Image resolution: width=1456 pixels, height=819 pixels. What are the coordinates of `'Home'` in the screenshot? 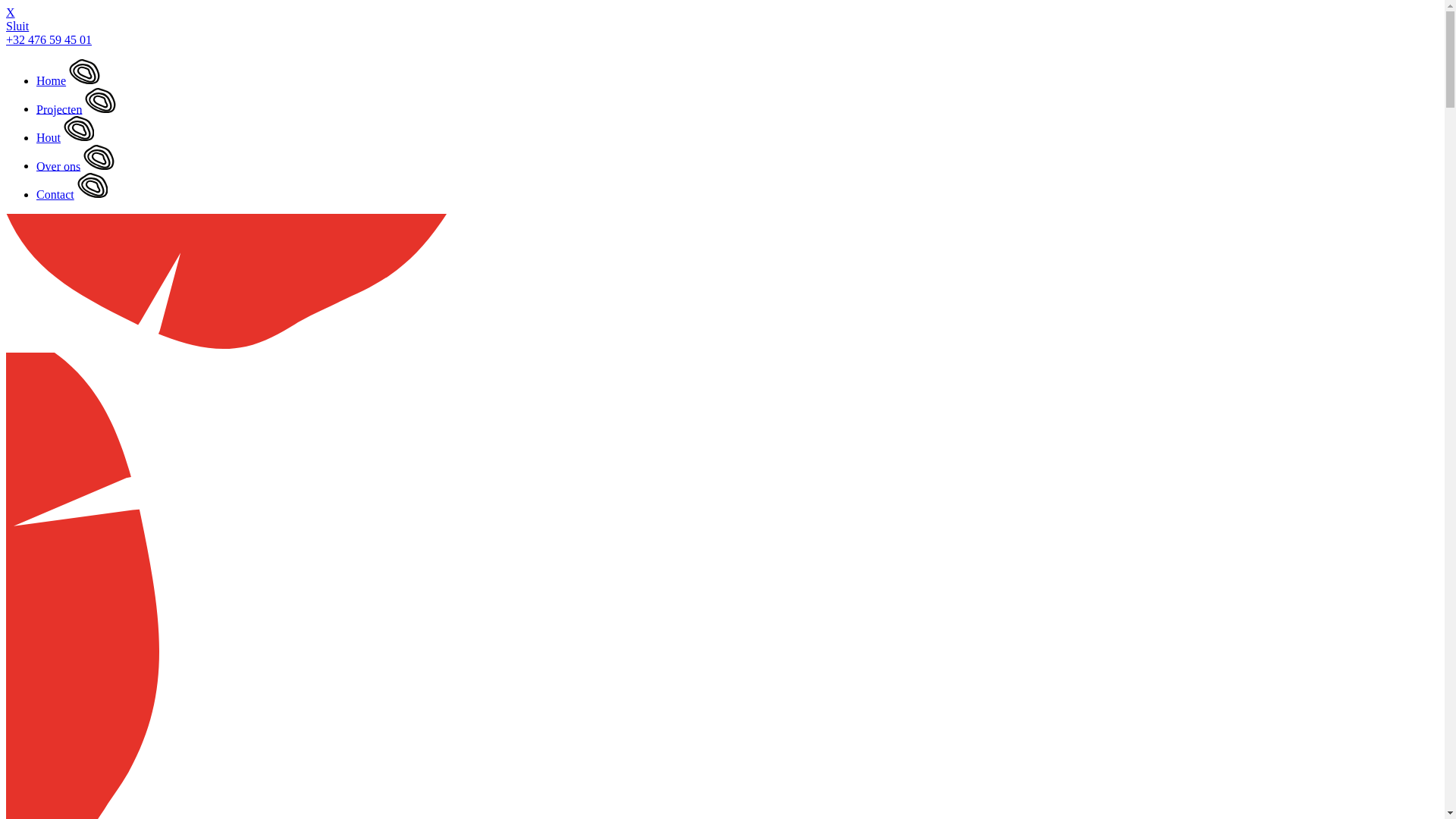 It's located at (36, 80).